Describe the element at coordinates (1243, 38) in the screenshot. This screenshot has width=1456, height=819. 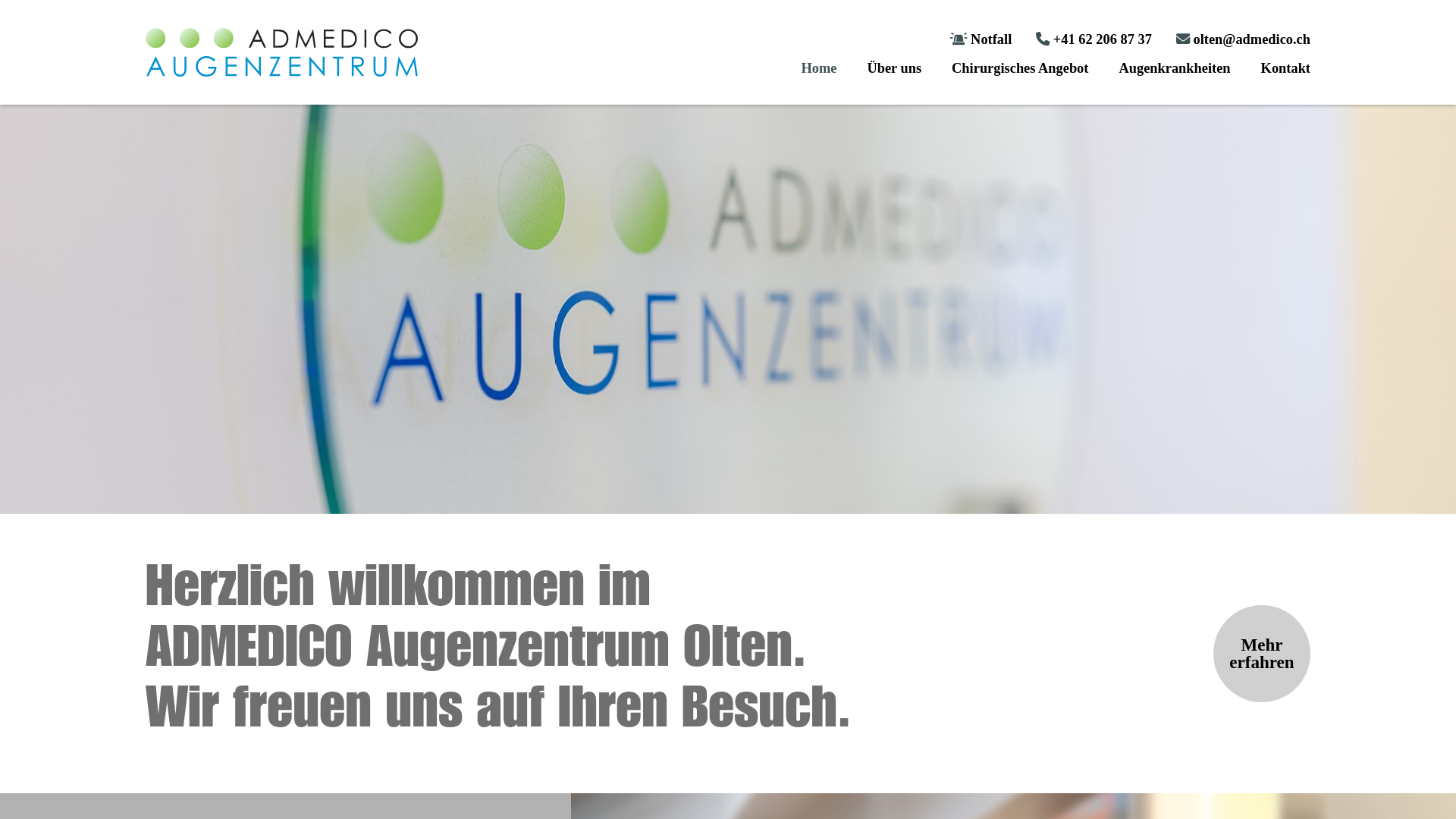
I see `'olten@admedico.ch'` at that location.